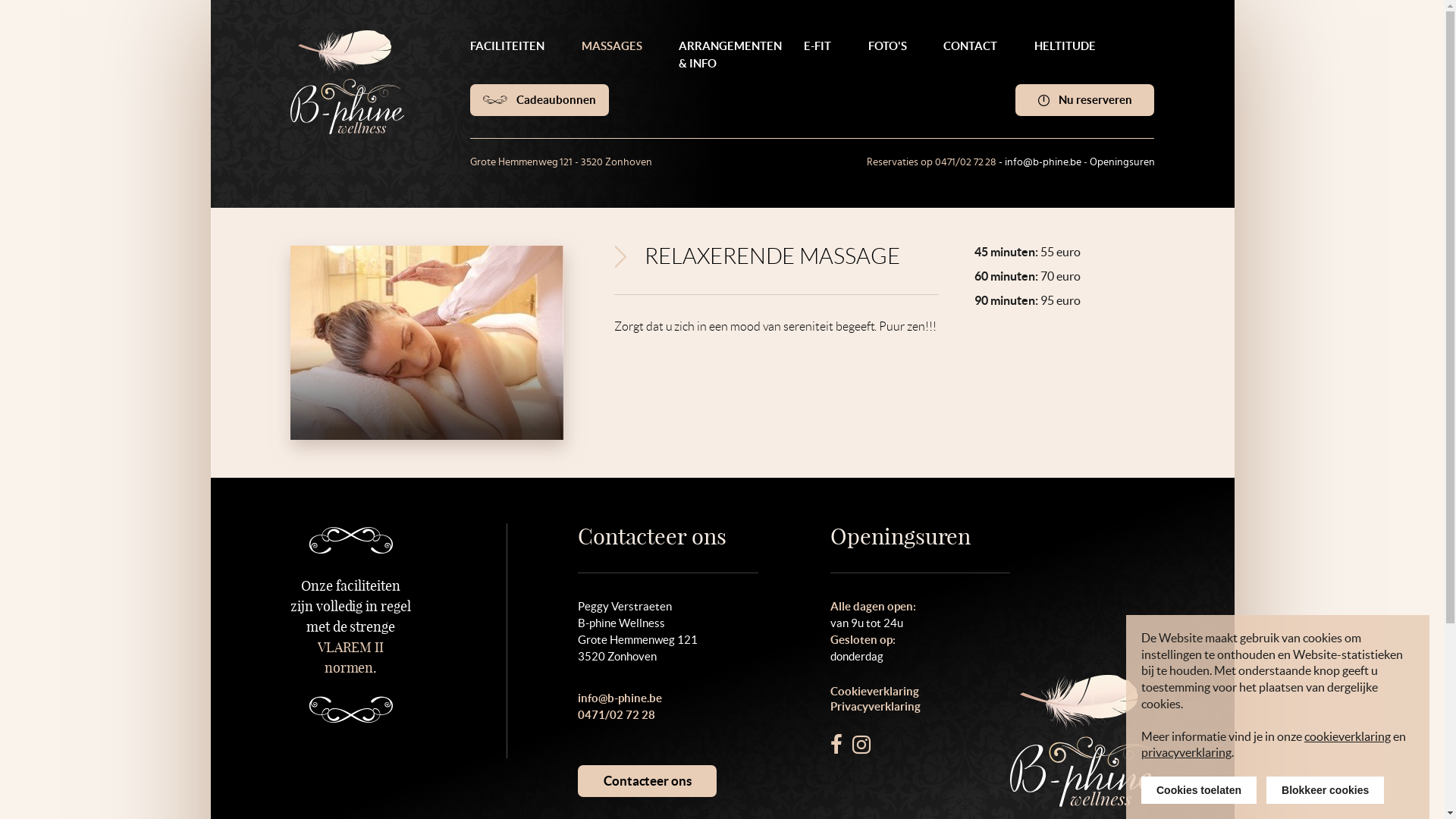  What do you see at coordinates (539, 99) in the screenshot?
I see `'Cadeaubonnen'` at bounding box center [539, 99].